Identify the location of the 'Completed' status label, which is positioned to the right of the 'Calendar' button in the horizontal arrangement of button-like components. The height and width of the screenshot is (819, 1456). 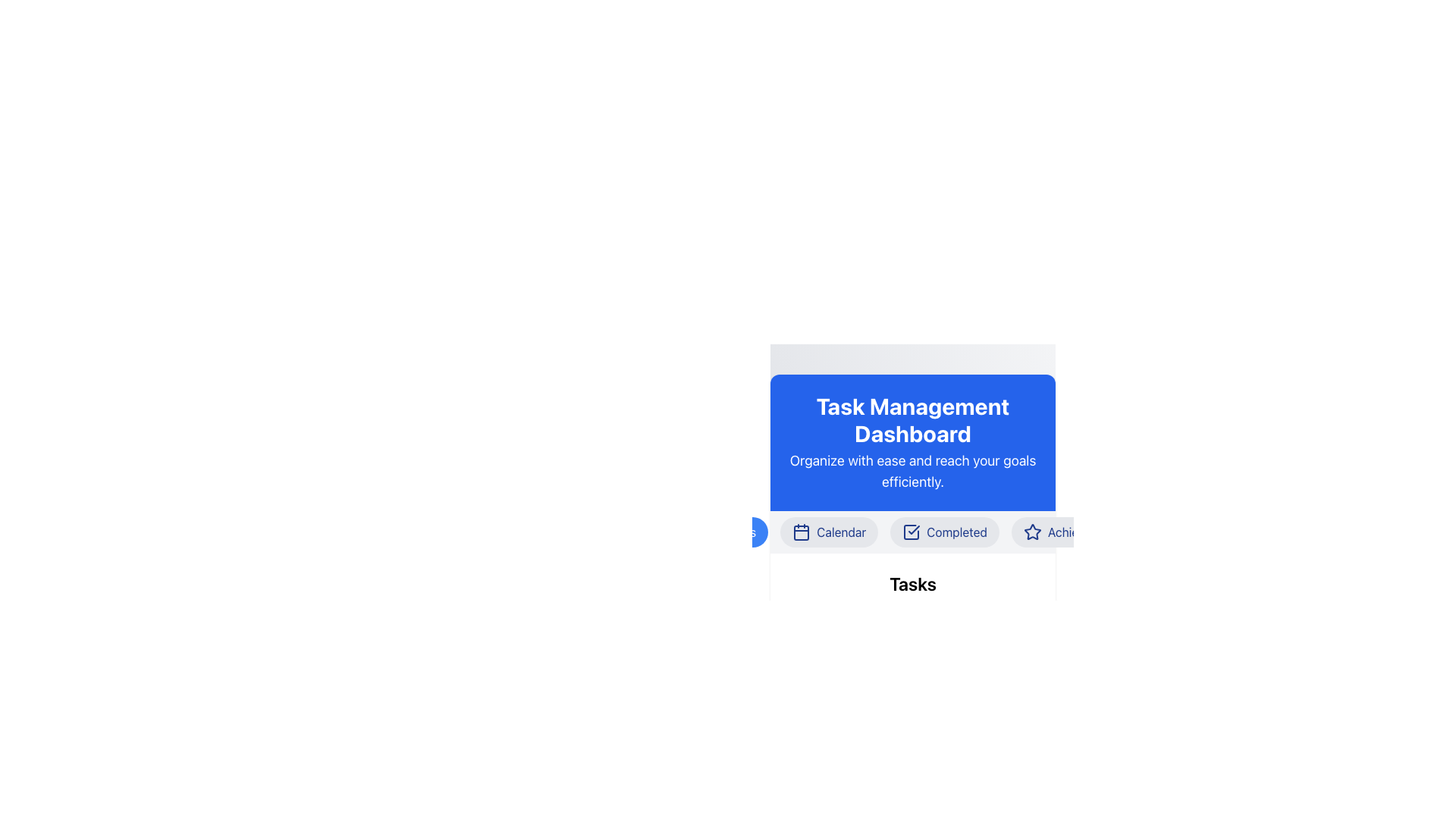
(956, 532).